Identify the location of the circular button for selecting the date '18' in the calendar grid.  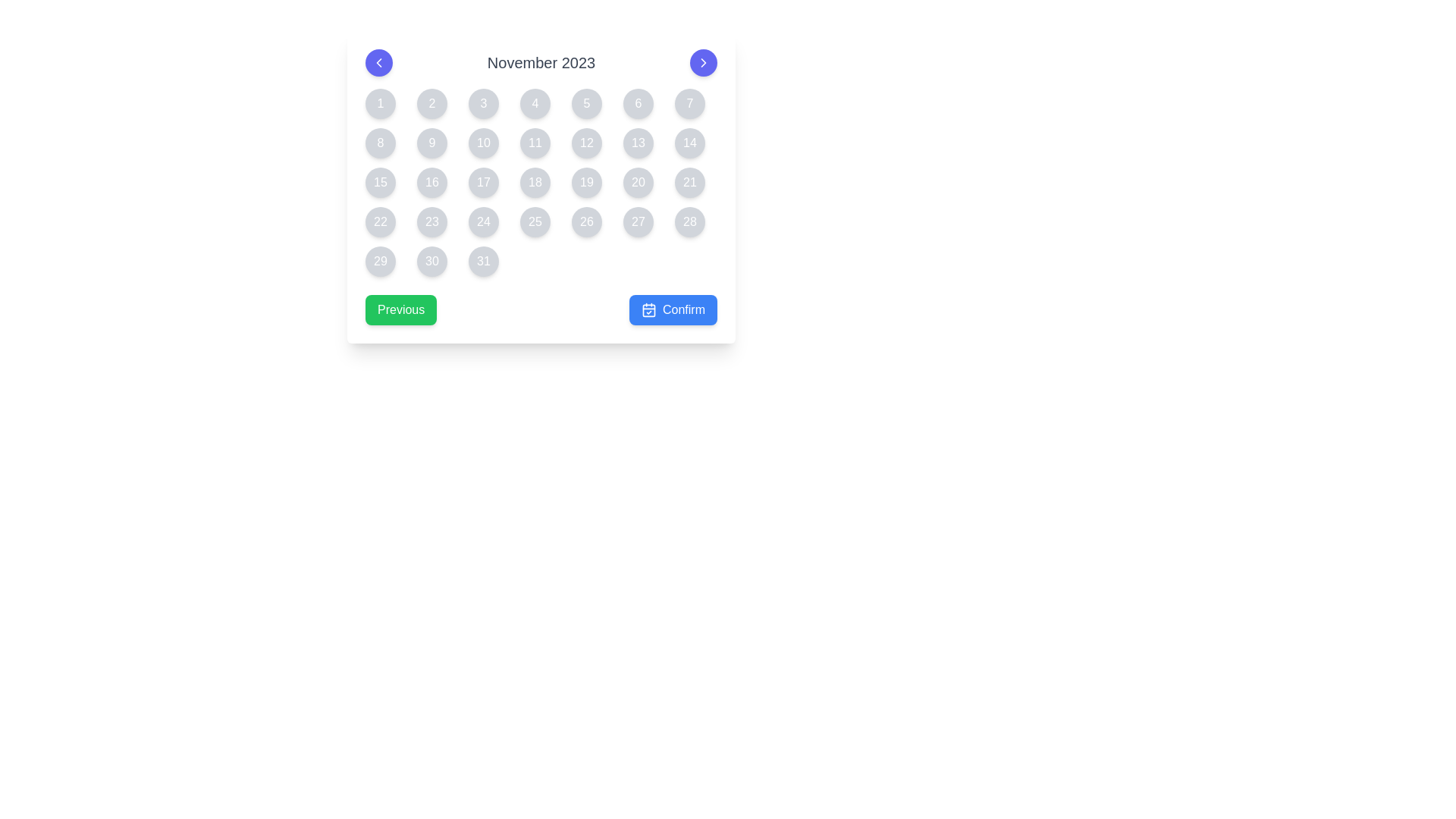
(541, 181).